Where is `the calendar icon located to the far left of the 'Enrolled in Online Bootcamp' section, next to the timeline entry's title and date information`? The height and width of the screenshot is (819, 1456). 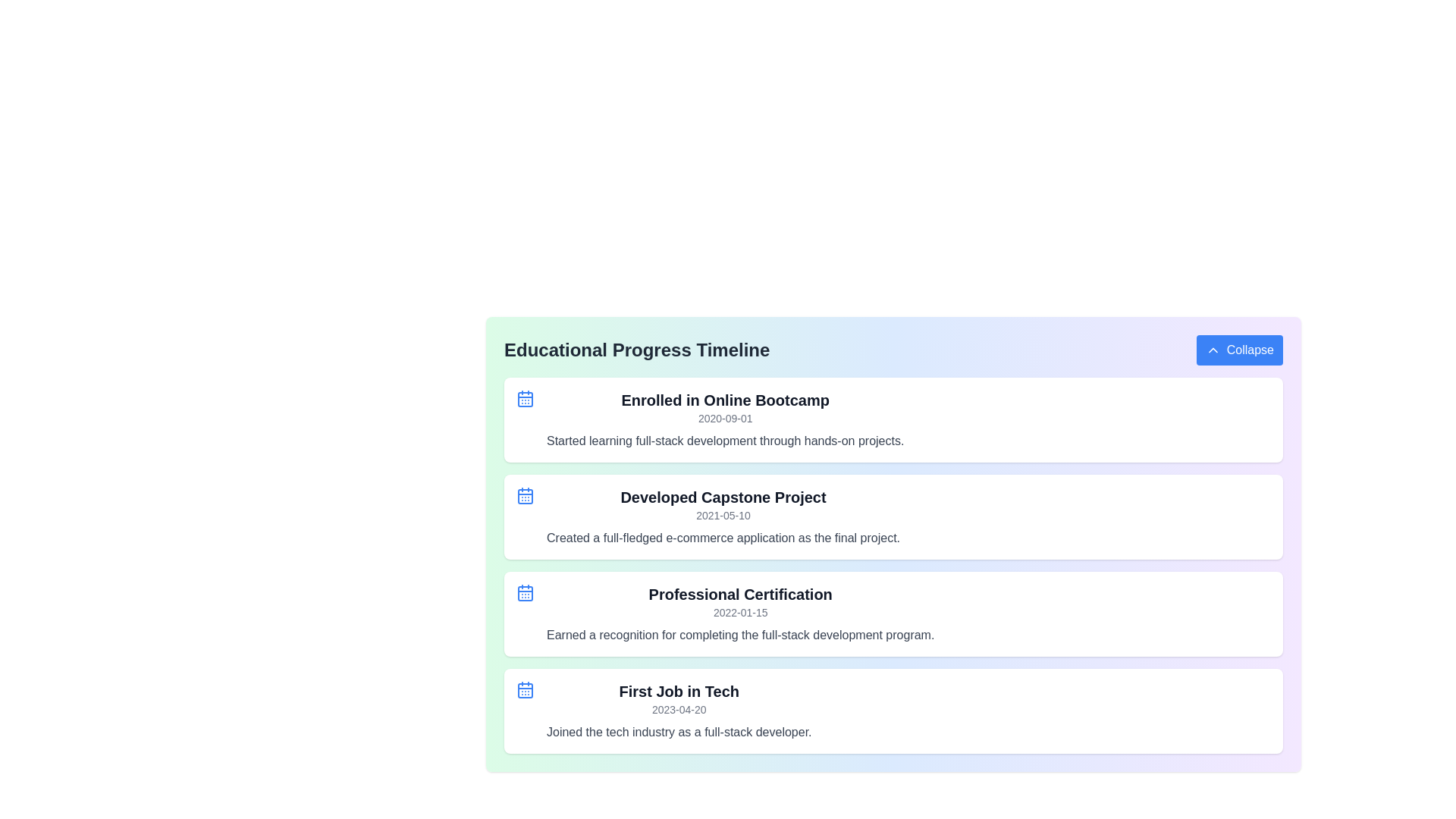 the calendar icon located to the far left of the 'Enrolled in Online Bootcamp' section, next to the timeline entry's title and date information is located at coordinates (525, 397).